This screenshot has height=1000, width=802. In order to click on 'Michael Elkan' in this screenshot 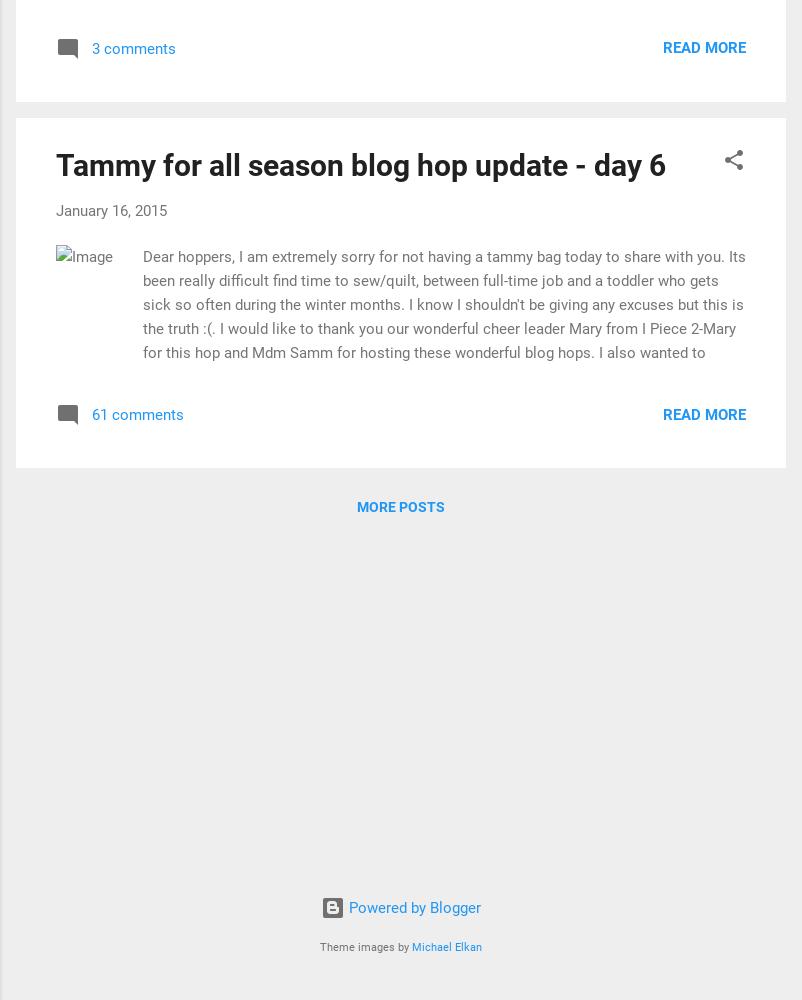, I will do `click(411, 946)`.